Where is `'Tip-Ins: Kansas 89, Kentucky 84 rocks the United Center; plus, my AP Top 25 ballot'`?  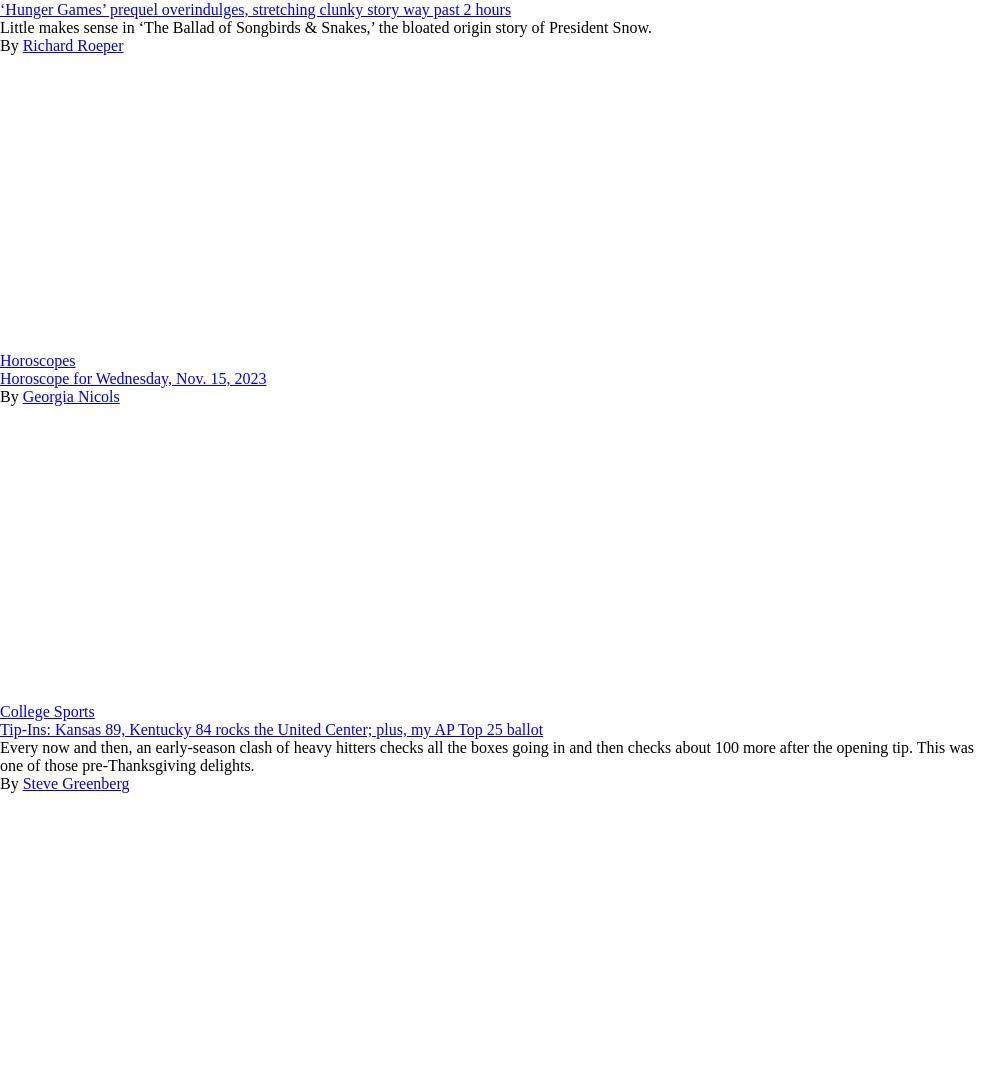 'Tip-Ins: Kansas 89, Kentucky 84 rocks the United Center; plus, my AP Top 25 ballot' is located at coordinates (271, 729).